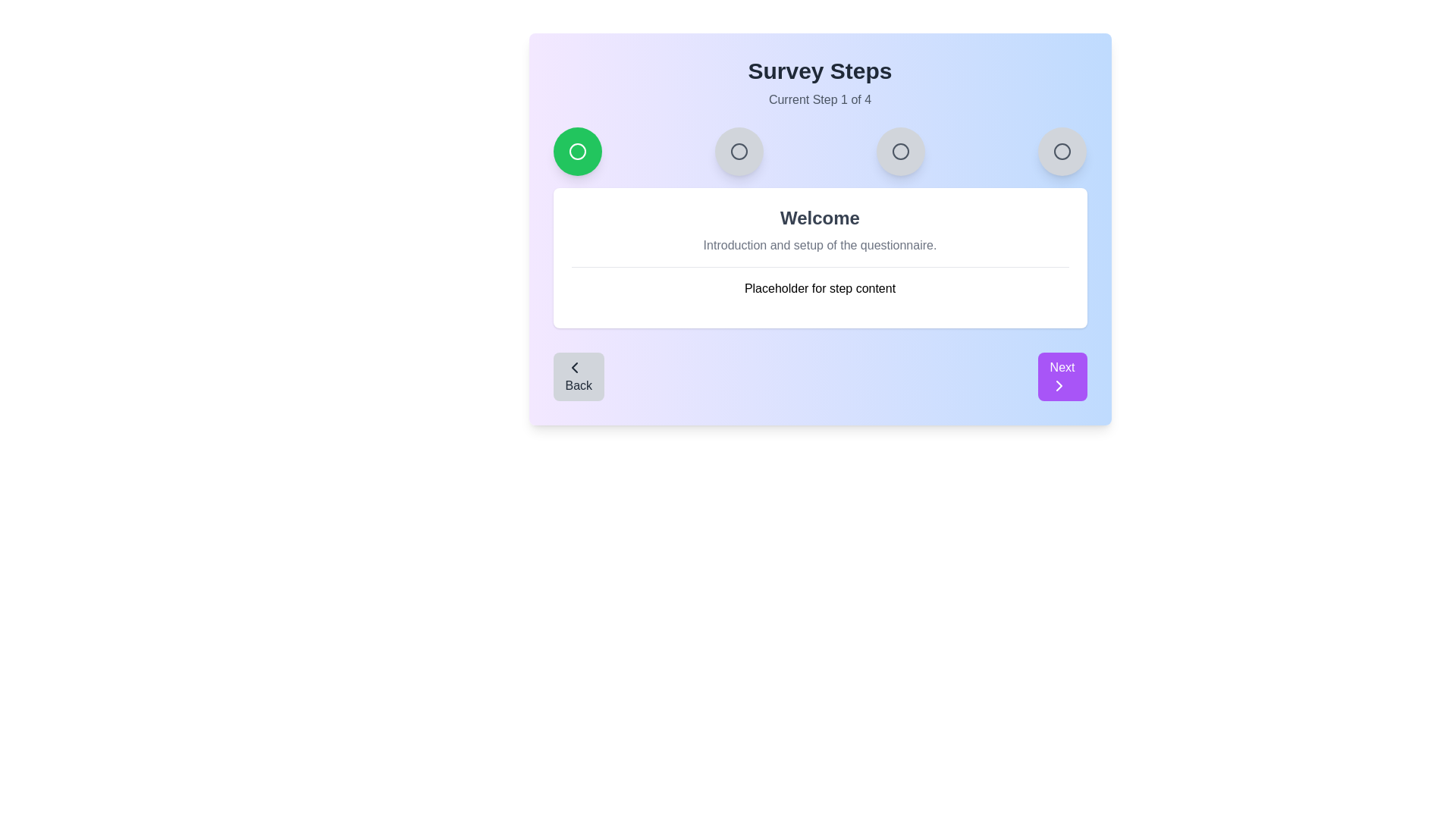  What do you see at coordinates (819, 152) in the screenshot?
I see `the step progression indicator, which consists of a horizontal group of circular step indicators with the first circle in green and the rest in gray, located beneath the text 'Current Step 1 of 4'` at bounding box center [819, 152].